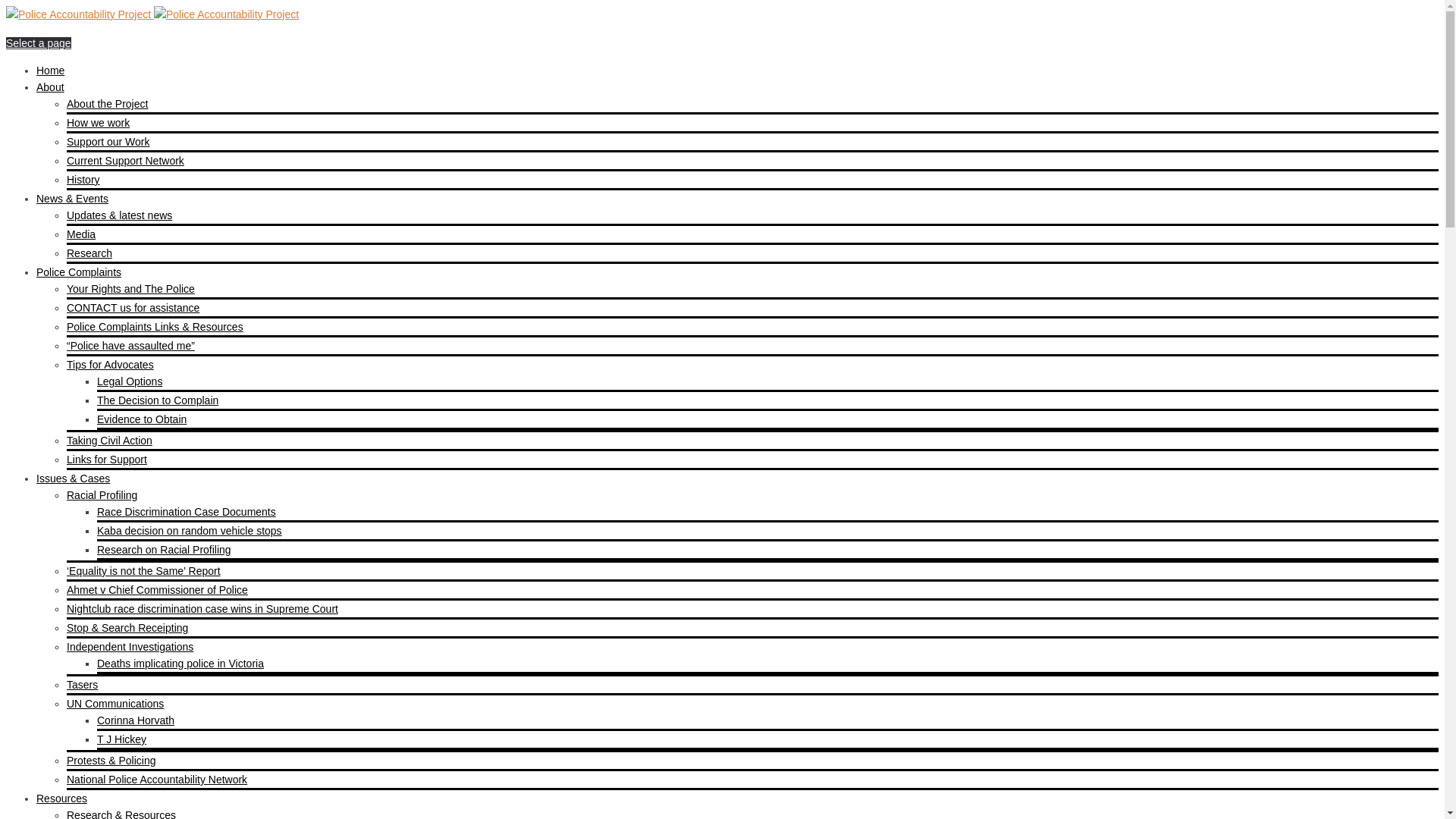  Describe the element at coordinates (50, 70) in the screenshot. I see `'Home'` at that location.